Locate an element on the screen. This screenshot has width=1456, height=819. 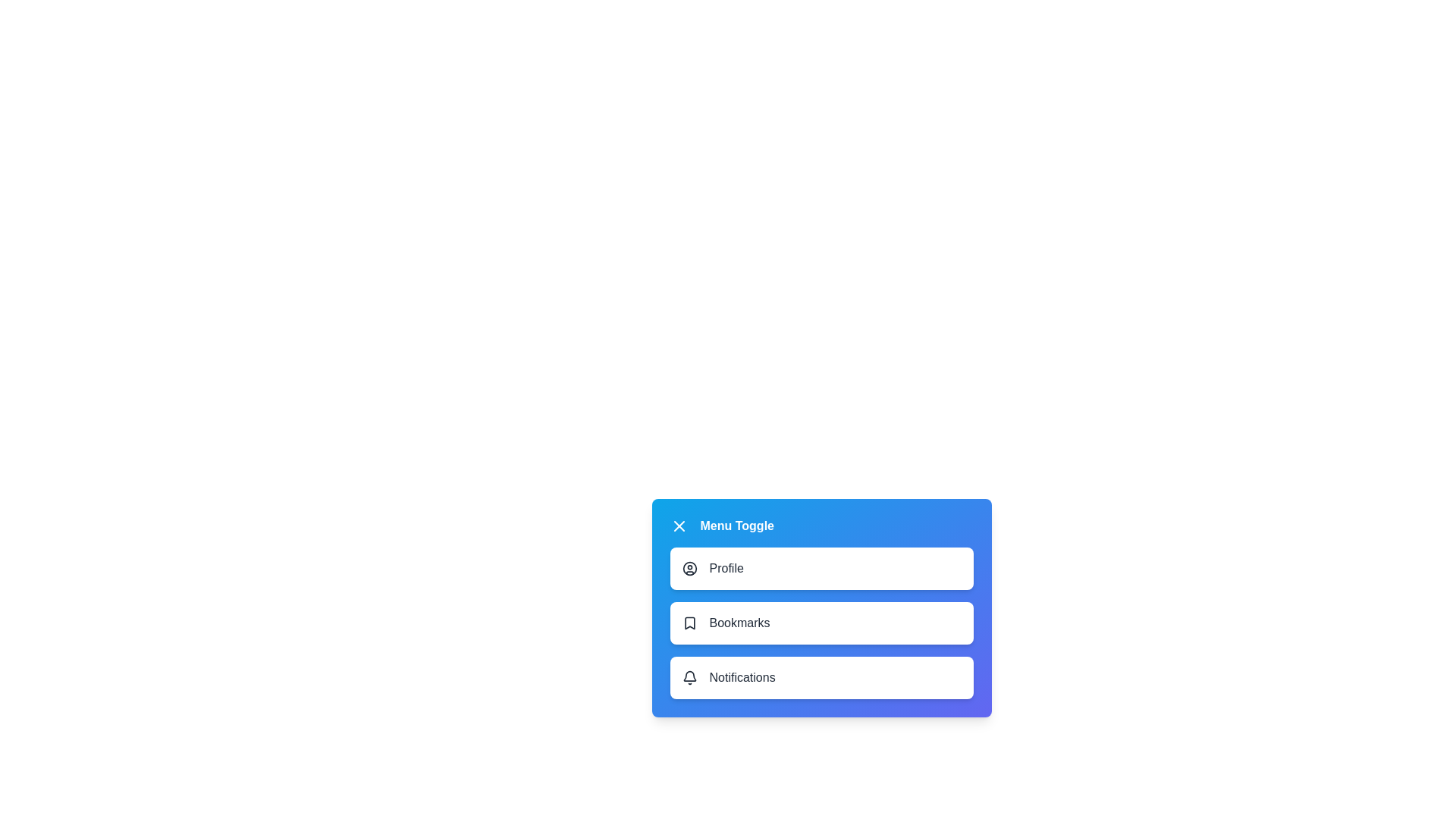
the menu item labeled Bookmarks to select it is located at coordinates (821, 623).